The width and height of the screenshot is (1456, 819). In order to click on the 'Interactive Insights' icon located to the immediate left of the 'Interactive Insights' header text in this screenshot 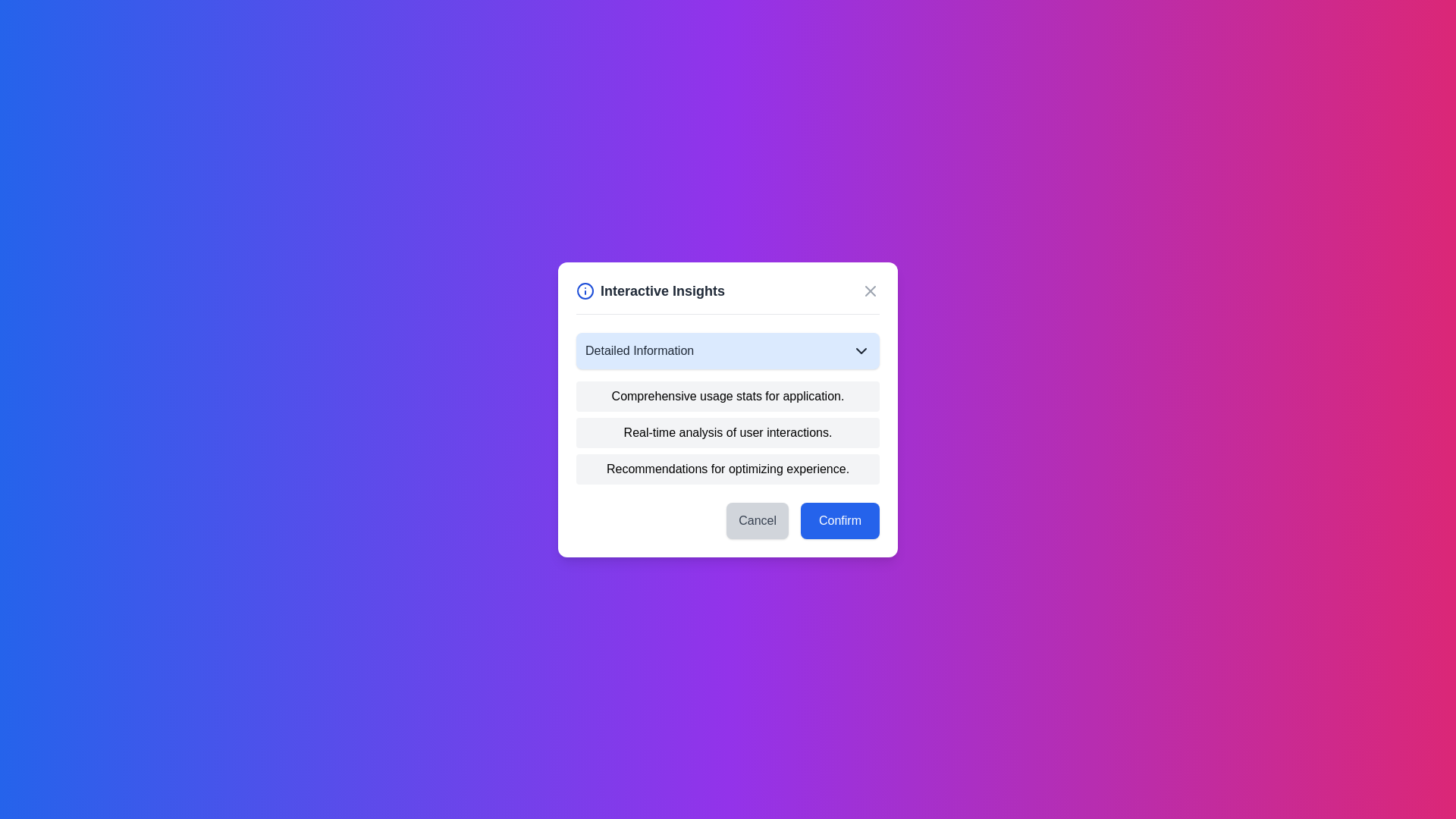, I will do `click(585, 290)`.